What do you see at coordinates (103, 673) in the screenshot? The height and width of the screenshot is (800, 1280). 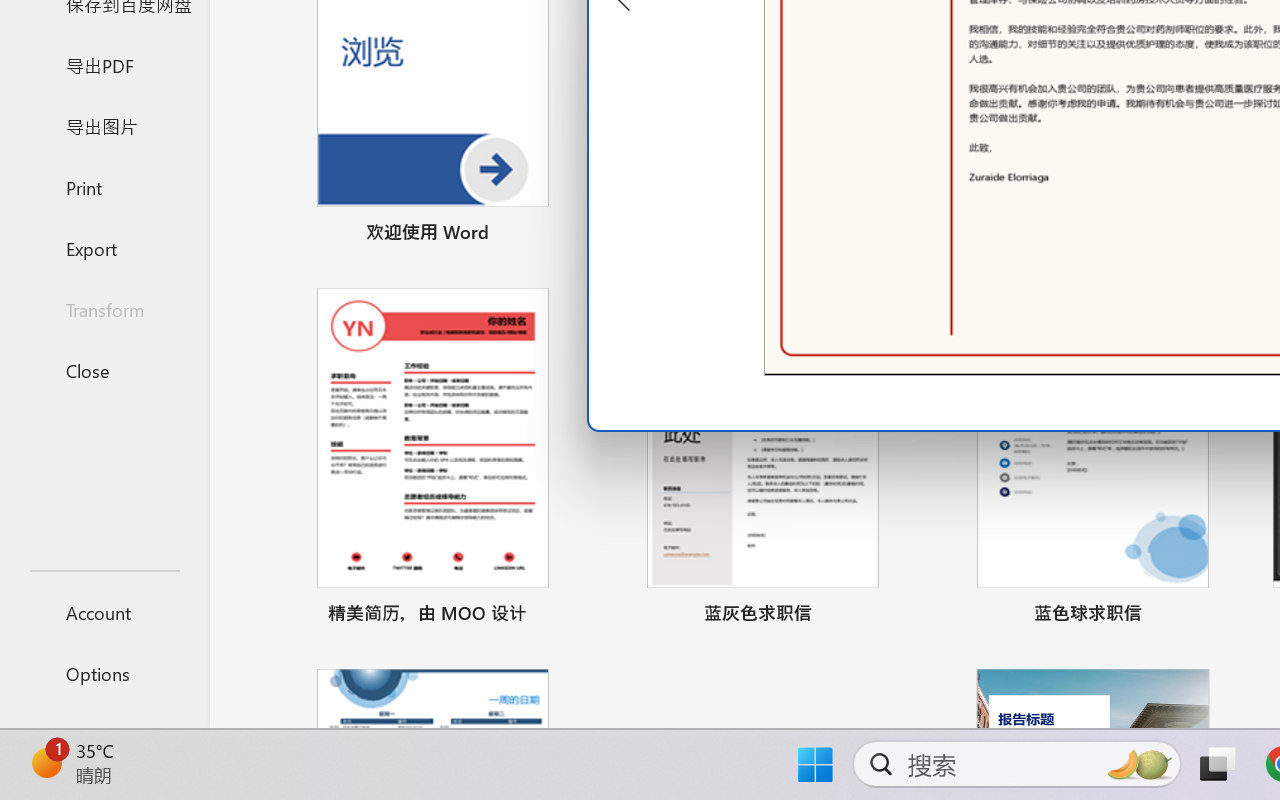 I see `'Options'` at bounding box center [103, 673].